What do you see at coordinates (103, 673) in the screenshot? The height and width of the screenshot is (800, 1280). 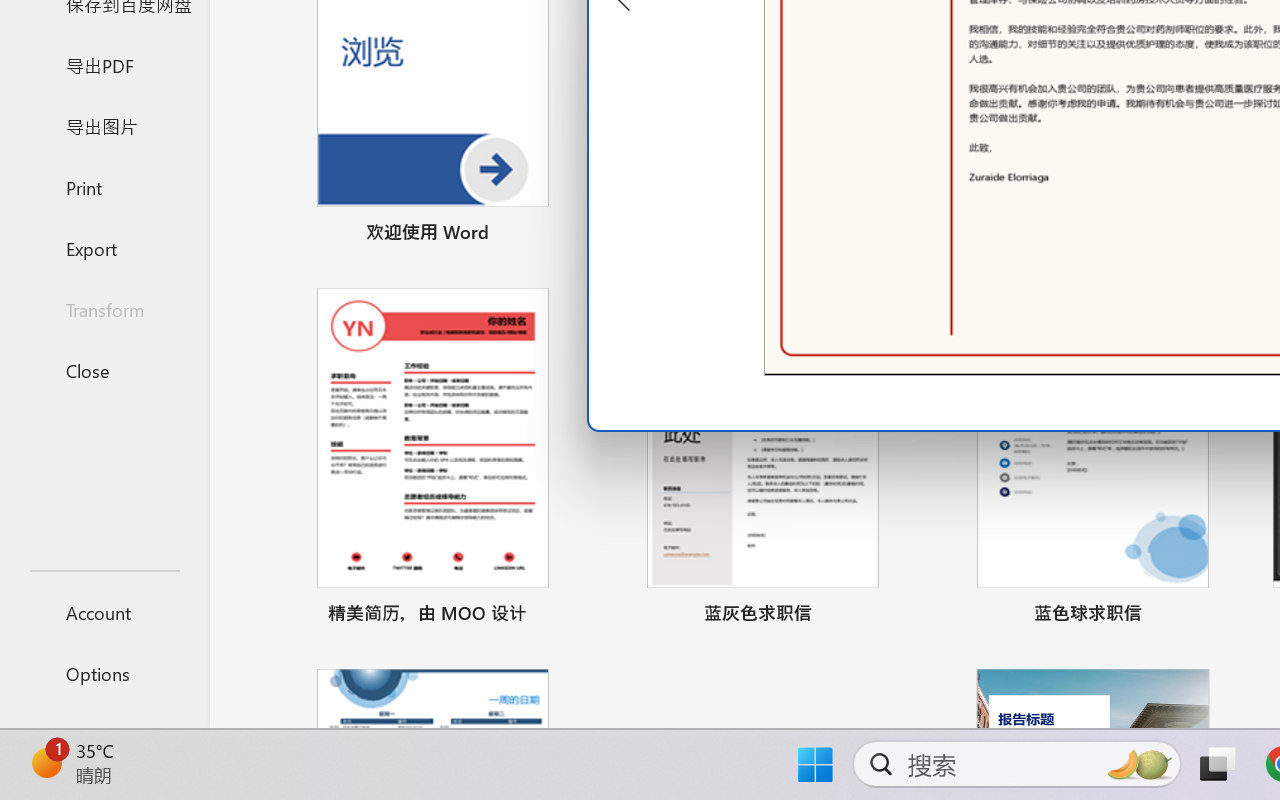 I see `'Options'` at bounding box center [103, 673].